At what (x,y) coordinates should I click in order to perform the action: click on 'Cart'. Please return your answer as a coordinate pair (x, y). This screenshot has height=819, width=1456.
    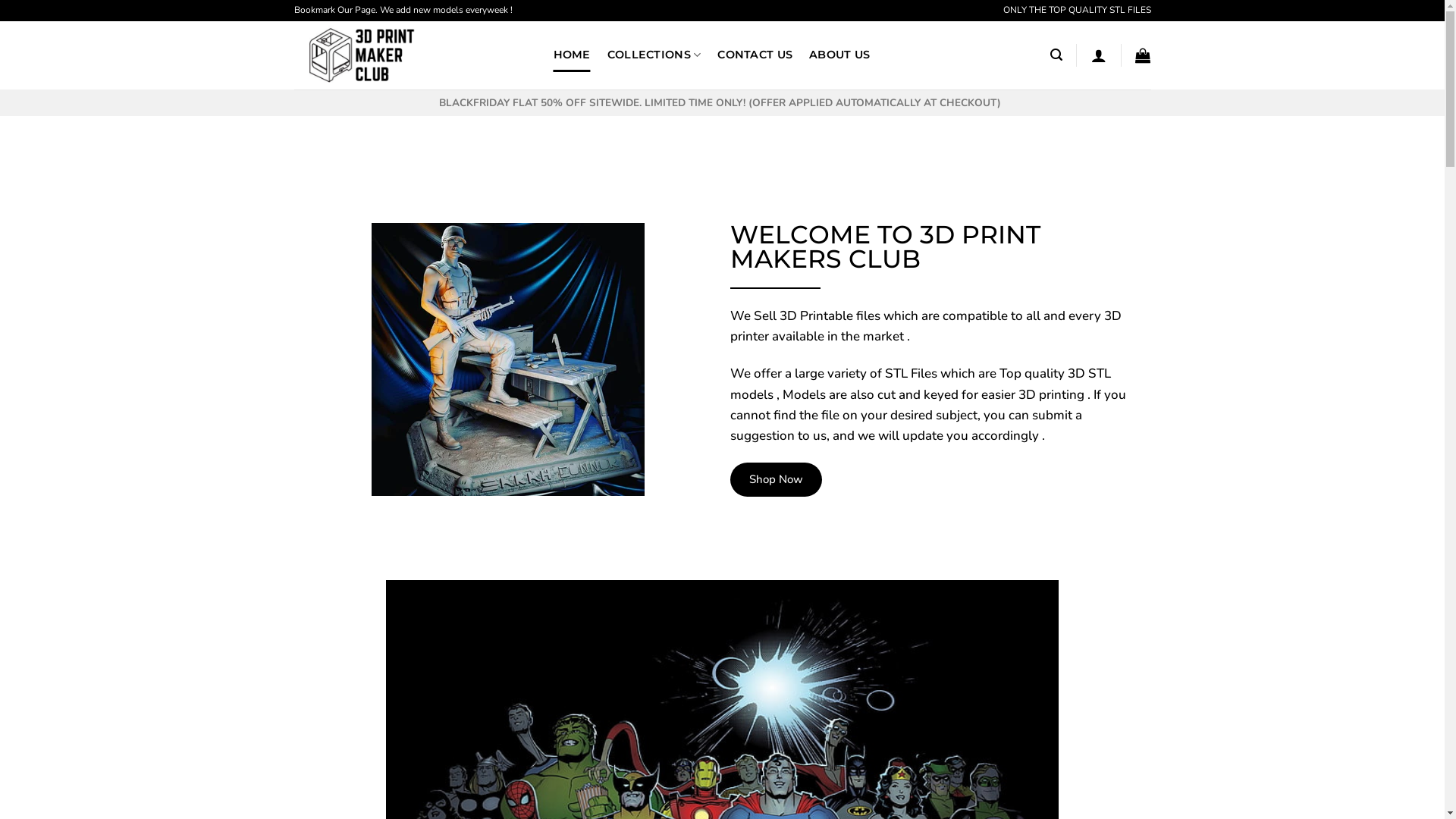
    Looking at the image, I should click on (1143, 55).